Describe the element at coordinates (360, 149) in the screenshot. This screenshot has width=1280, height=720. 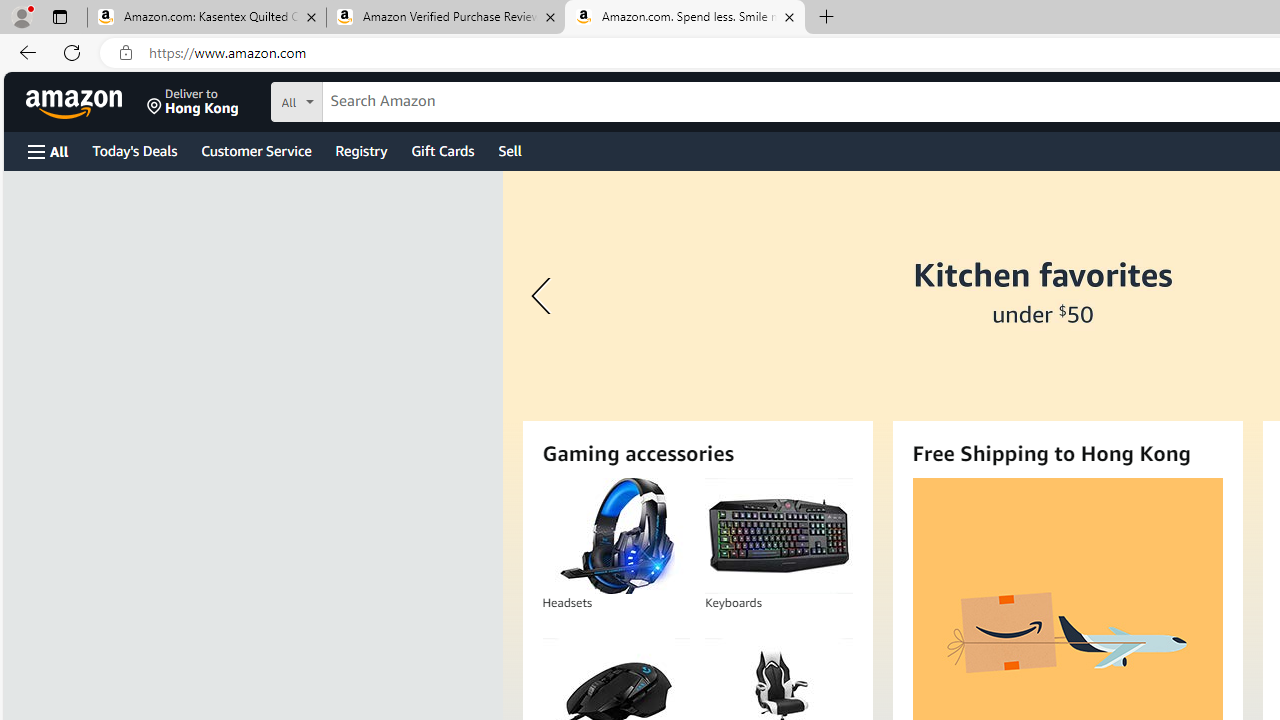
I see `'Registry'` at that location.